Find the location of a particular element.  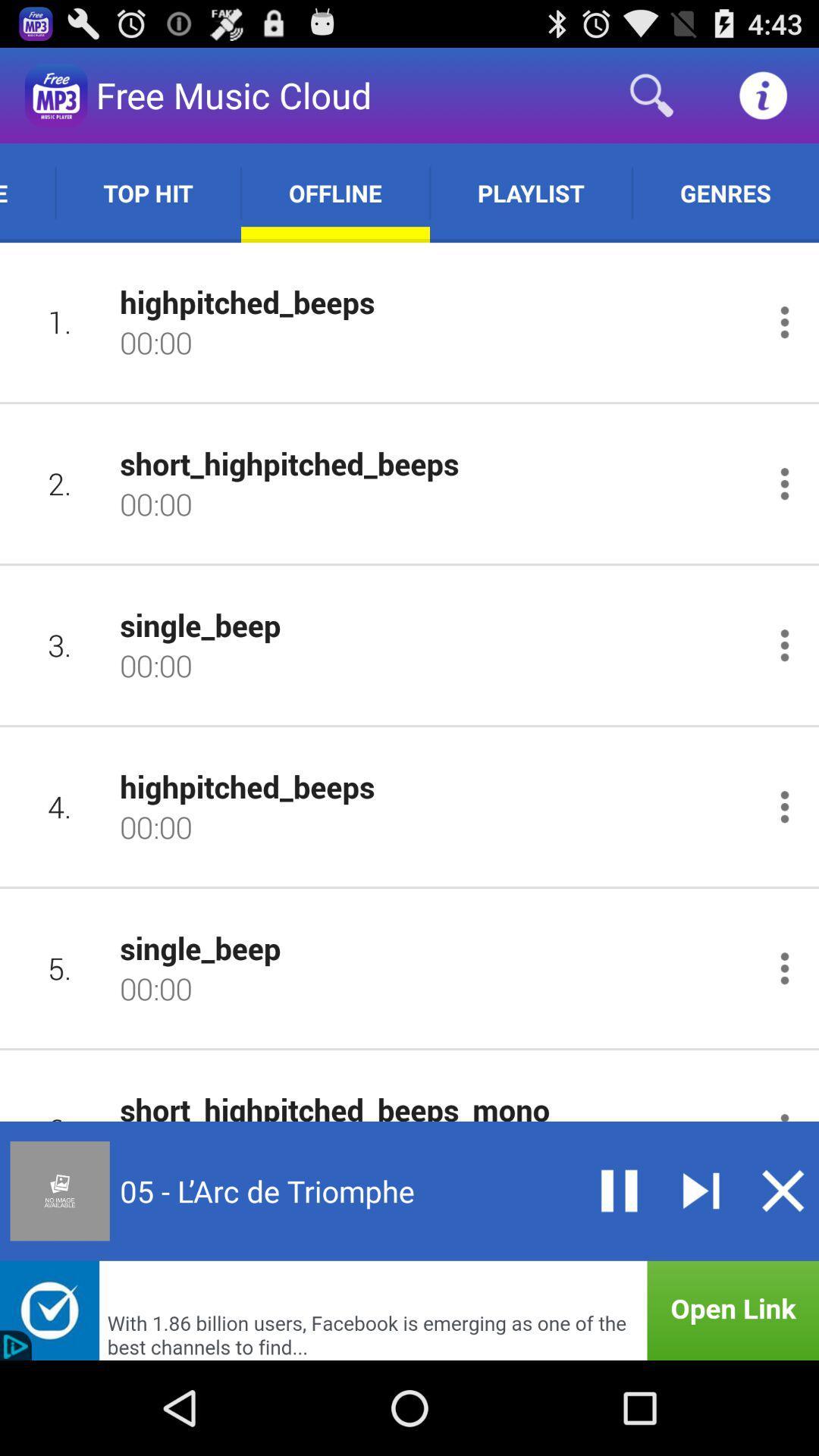

high pitched beeps options is located at coordinates (784, 806).